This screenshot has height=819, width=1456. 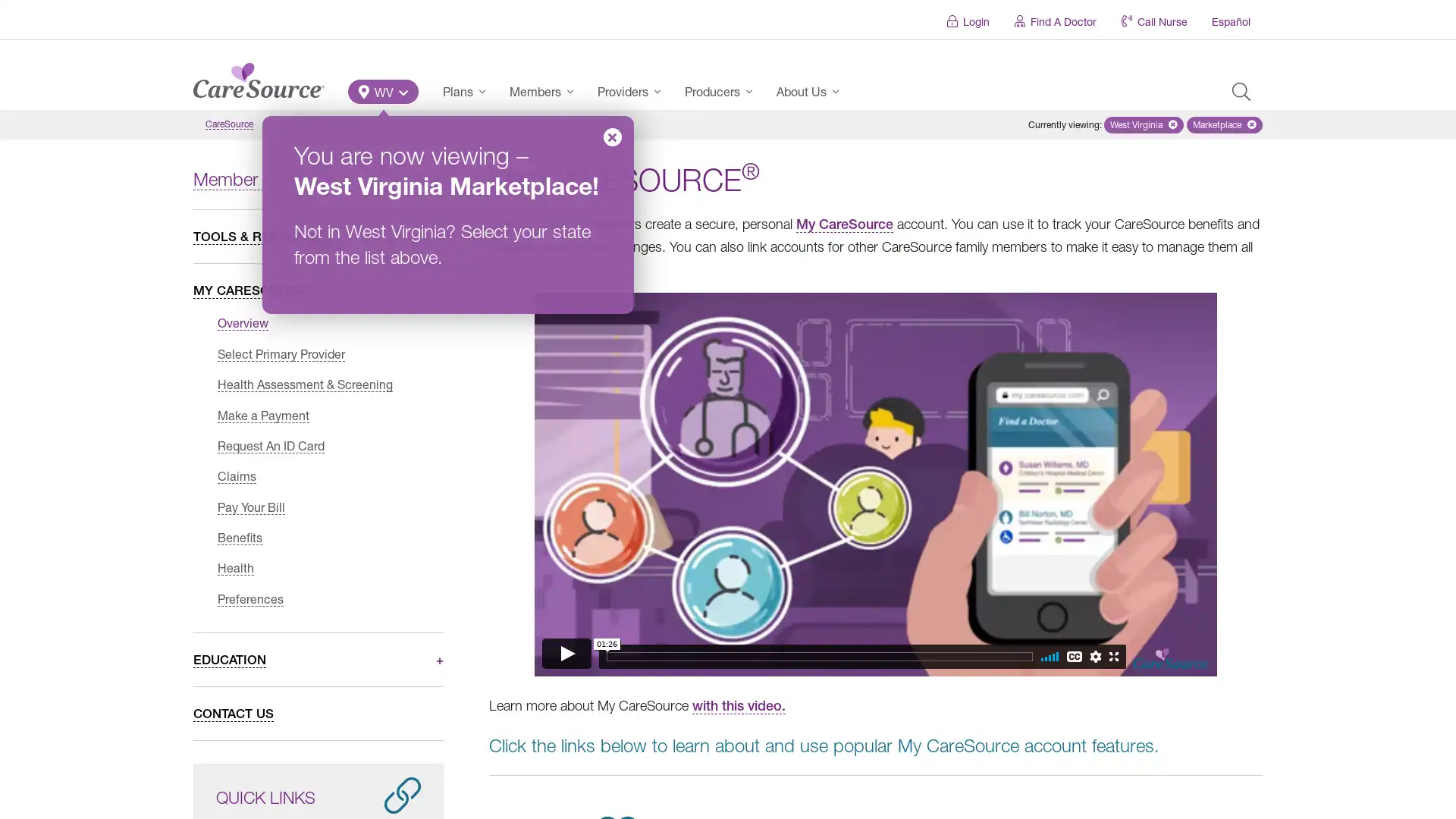 I want to click on Search, so click(x=1241, y=91).